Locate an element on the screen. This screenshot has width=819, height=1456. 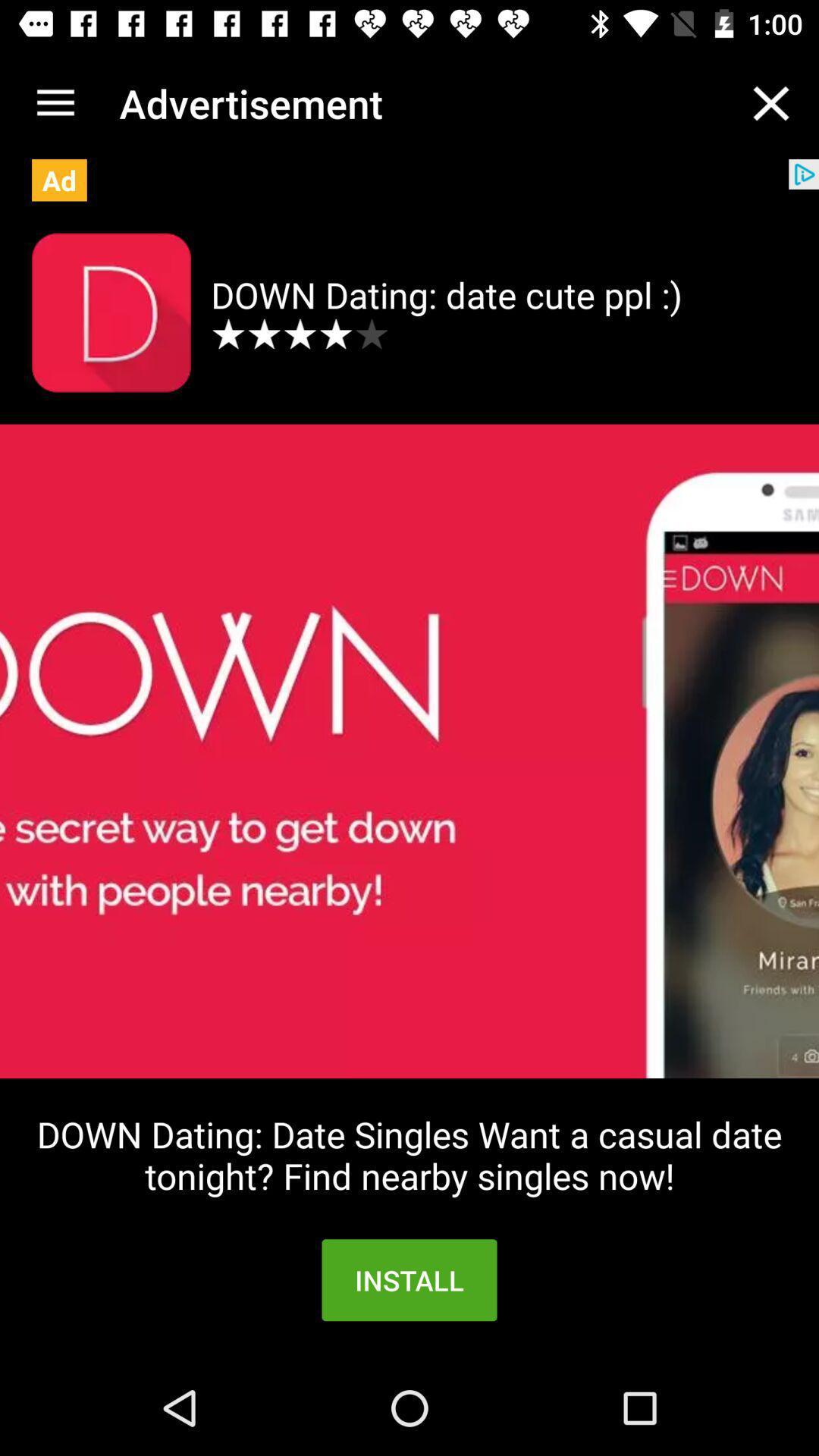
the icon above ad is located at coordinates (55, 102).